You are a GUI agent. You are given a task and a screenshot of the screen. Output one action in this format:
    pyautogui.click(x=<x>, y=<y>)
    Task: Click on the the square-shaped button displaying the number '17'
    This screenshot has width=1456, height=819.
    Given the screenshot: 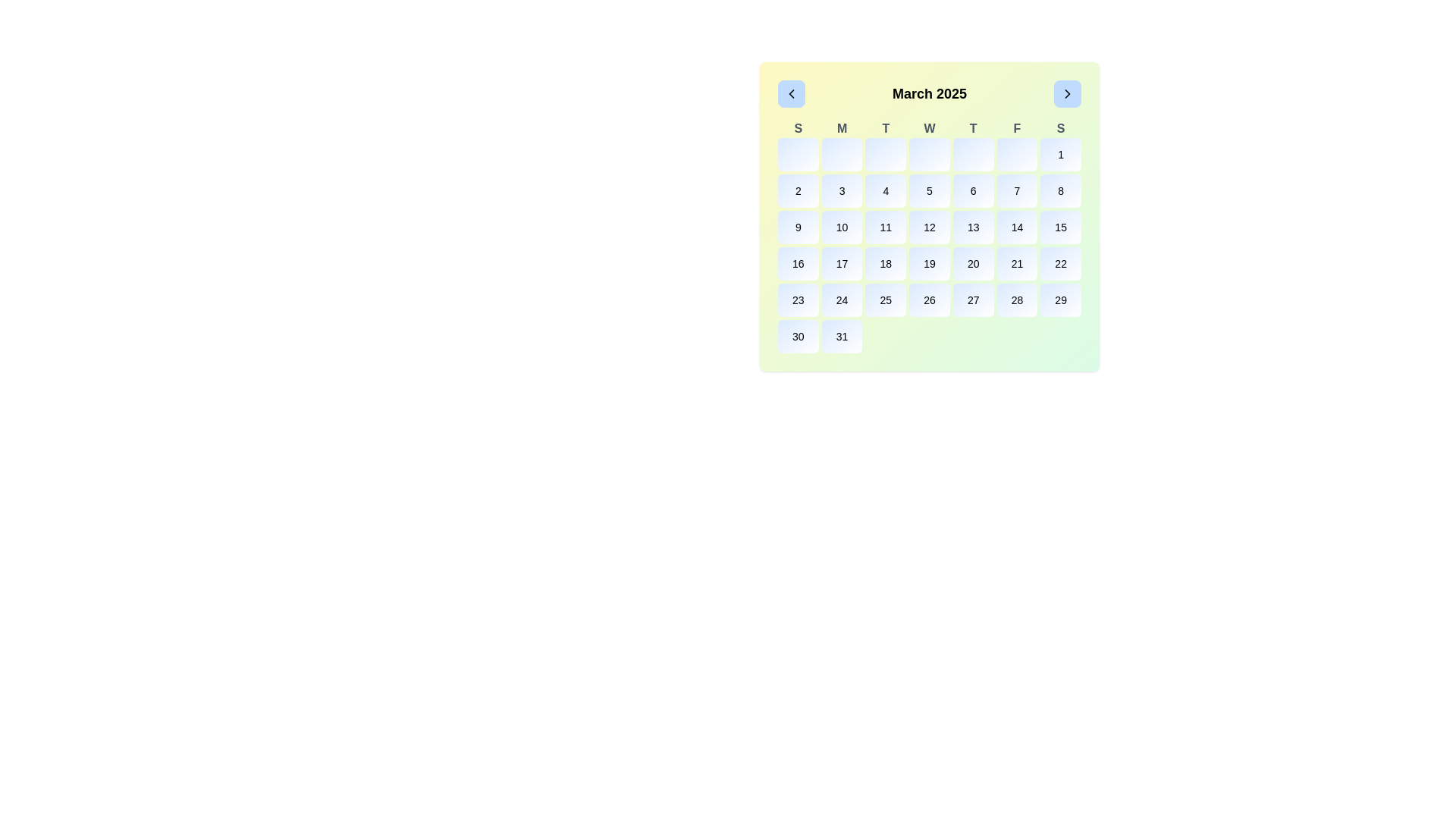 What is the action you would take?
    pyautogui.click(x=841, y=262)
    